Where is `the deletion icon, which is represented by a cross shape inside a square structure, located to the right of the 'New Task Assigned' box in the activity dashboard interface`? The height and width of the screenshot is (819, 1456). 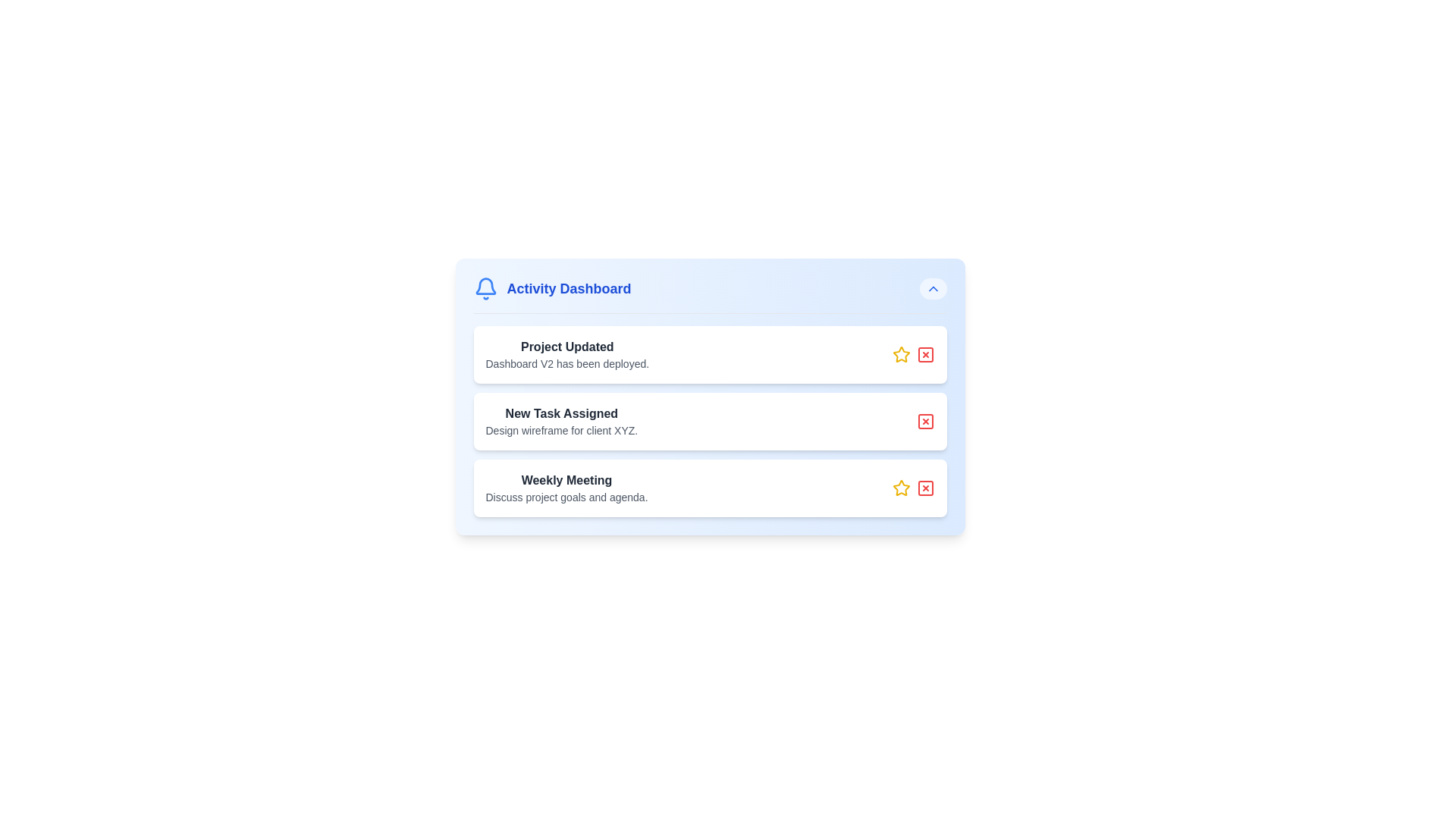 the deletion icon, which is represented by a cross shape inside a square structure, located to the right of the 'New Task Assigned' box in the activity dashboard interface is located at coordinates (924, 354).